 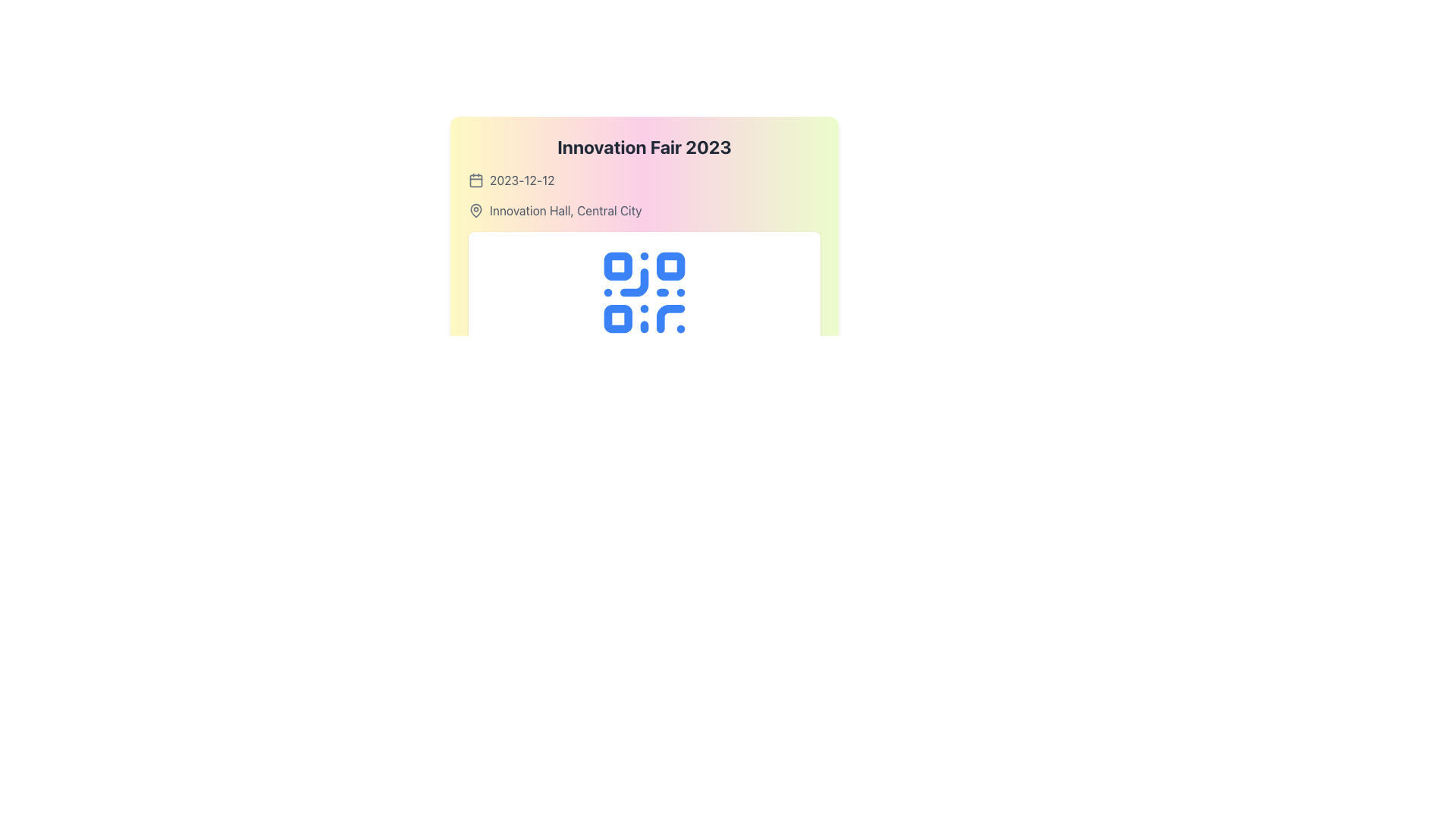 What do you see at coordinates (644, 292) in the screenshot?
I see `the QR code centered in a white rectangular card with rounded corners and a shadow effect, located below the details about the 'Innovation Fair 2023'` at bounding box center [644, 292].